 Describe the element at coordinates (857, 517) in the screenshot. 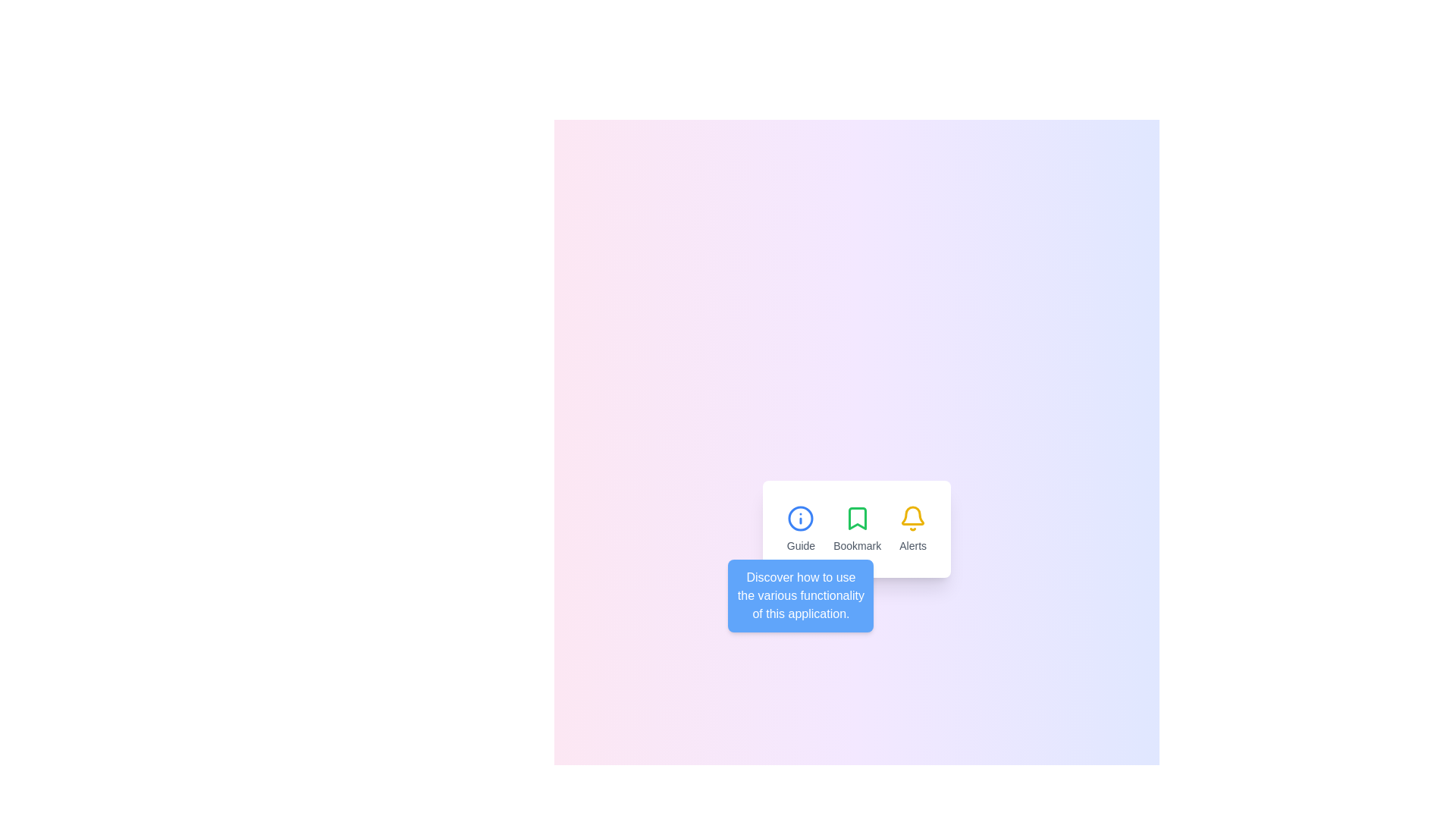

I see `the green bookmark icon, which is the second item in the horizontal navigation menu` at that location.